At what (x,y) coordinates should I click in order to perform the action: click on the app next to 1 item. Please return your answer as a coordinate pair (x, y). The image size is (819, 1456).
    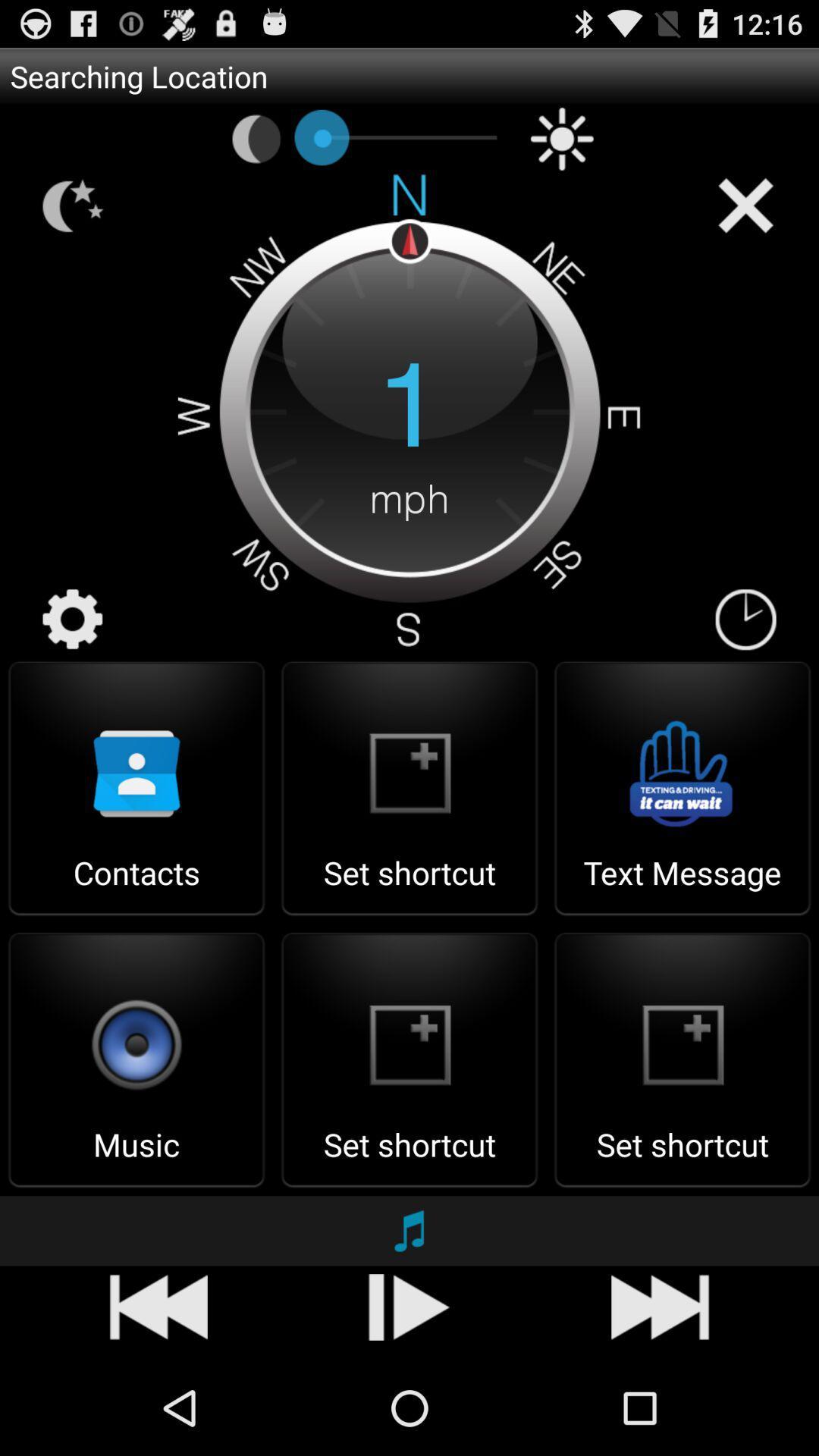
    Looking at the image, I should click on (73, 620).